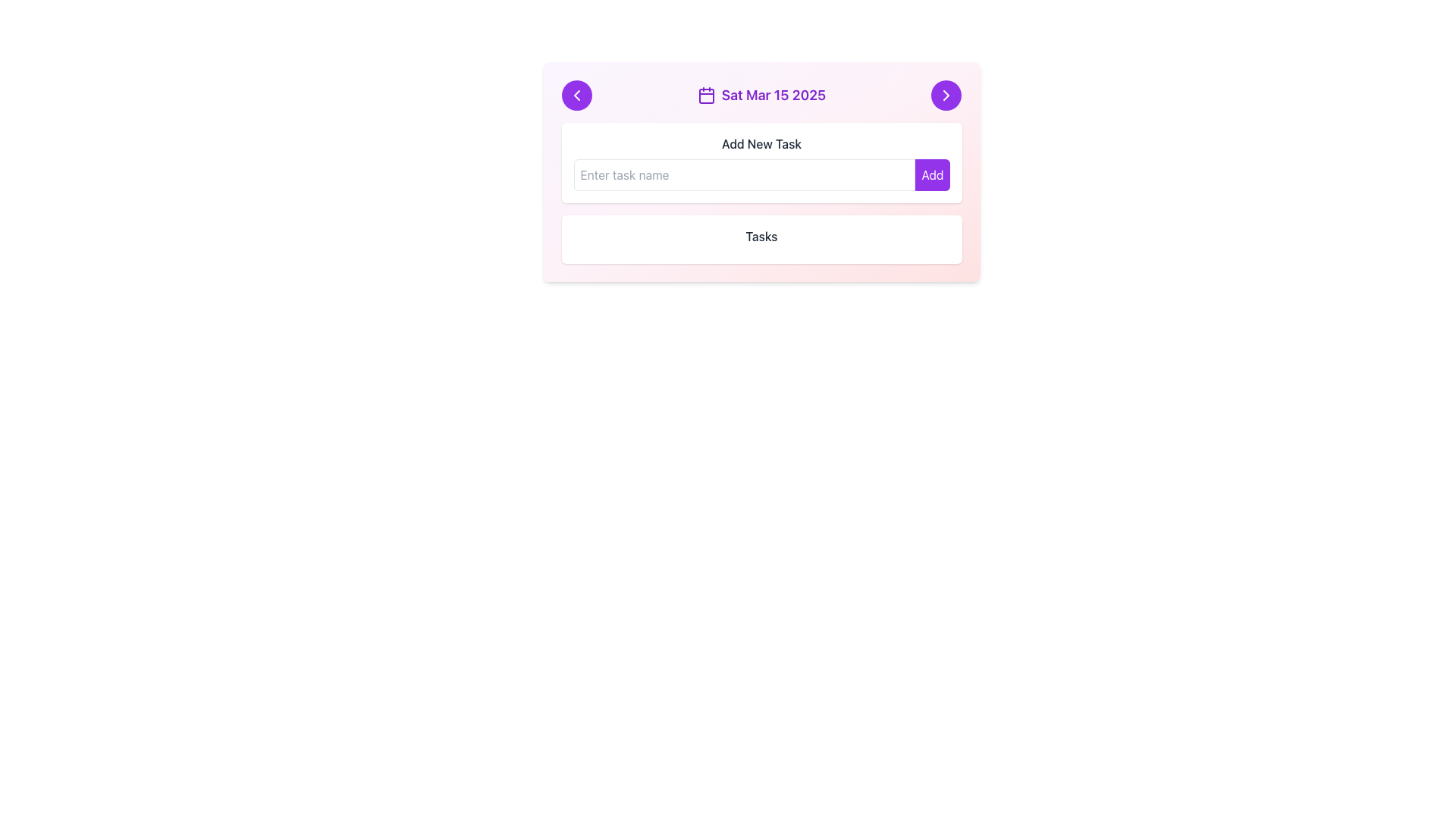 The height and width of the screenshot is (819, 1456). I want to click on the calendar icon located to the left of the date text 'Sat Mar 15 2025' in the header section of the card component, which is part of the purple-themed section at the top of the card, so click(705, 96).